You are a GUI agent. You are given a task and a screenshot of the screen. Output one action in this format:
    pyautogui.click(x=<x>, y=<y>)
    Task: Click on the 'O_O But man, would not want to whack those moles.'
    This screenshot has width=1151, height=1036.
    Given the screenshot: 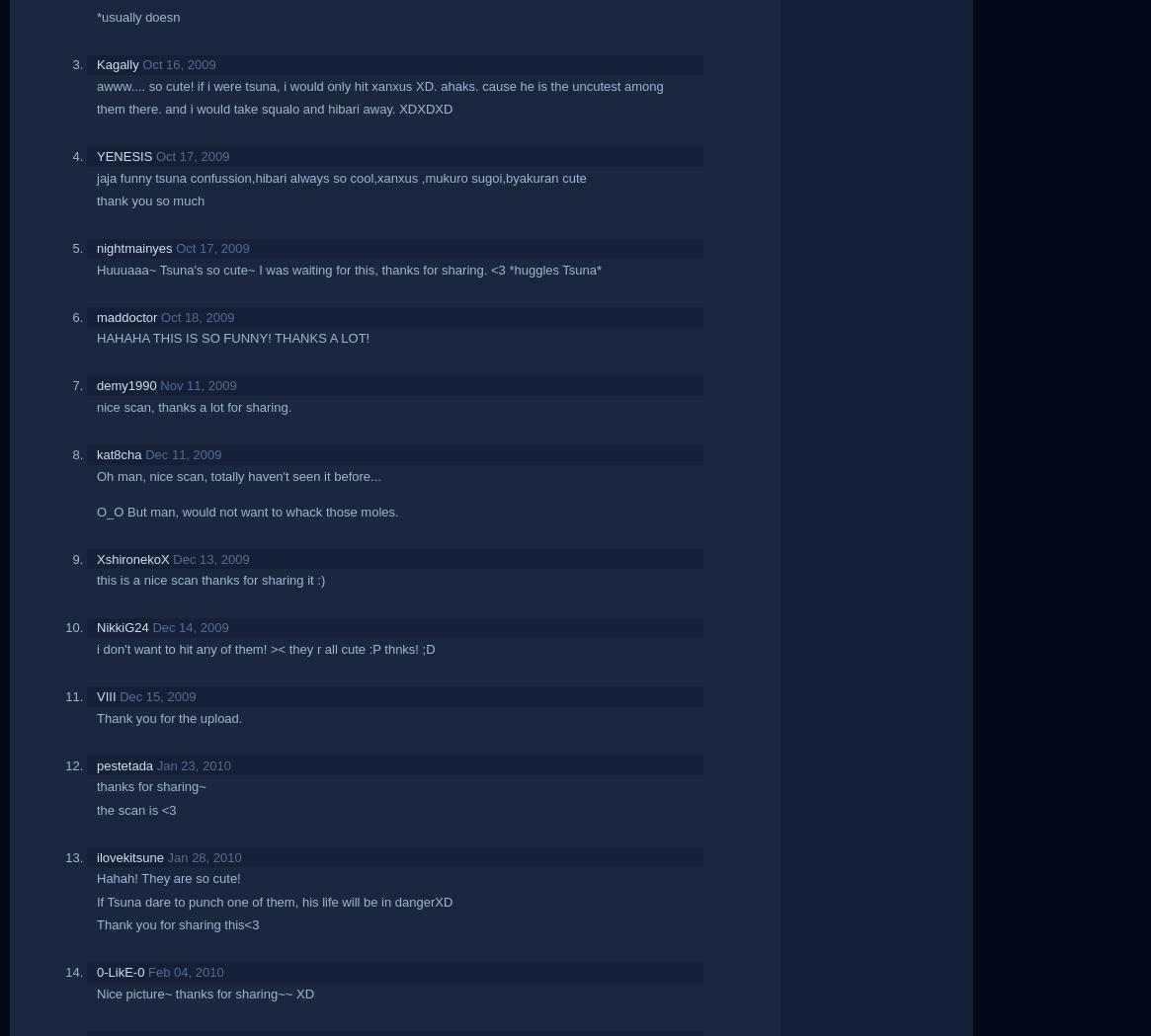 What is the action you would take?
    pyautogui.click(x=247, y=510)
    